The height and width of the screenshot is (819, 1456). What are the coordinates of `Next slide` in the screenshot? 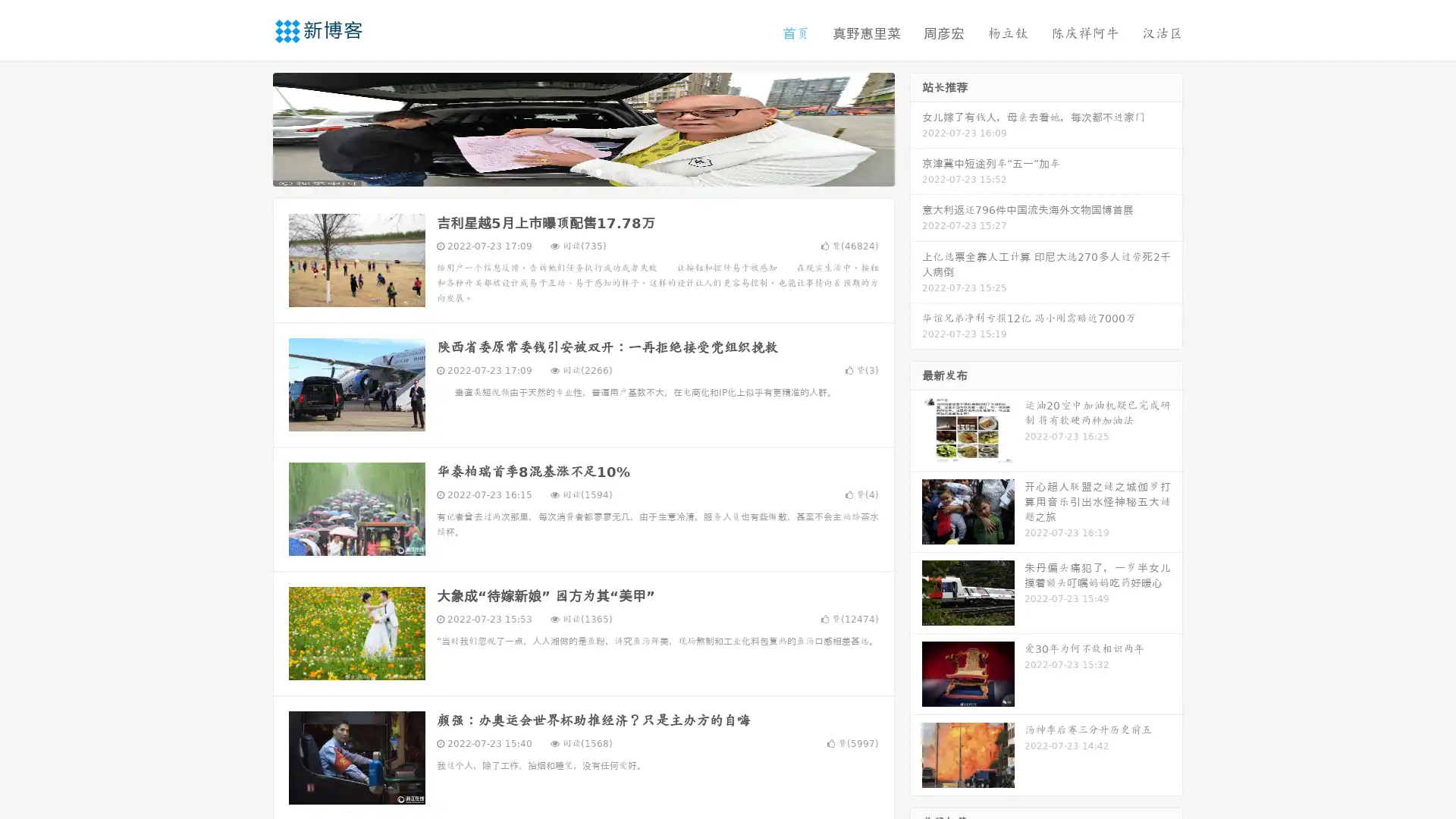 It's located at (916, 127).